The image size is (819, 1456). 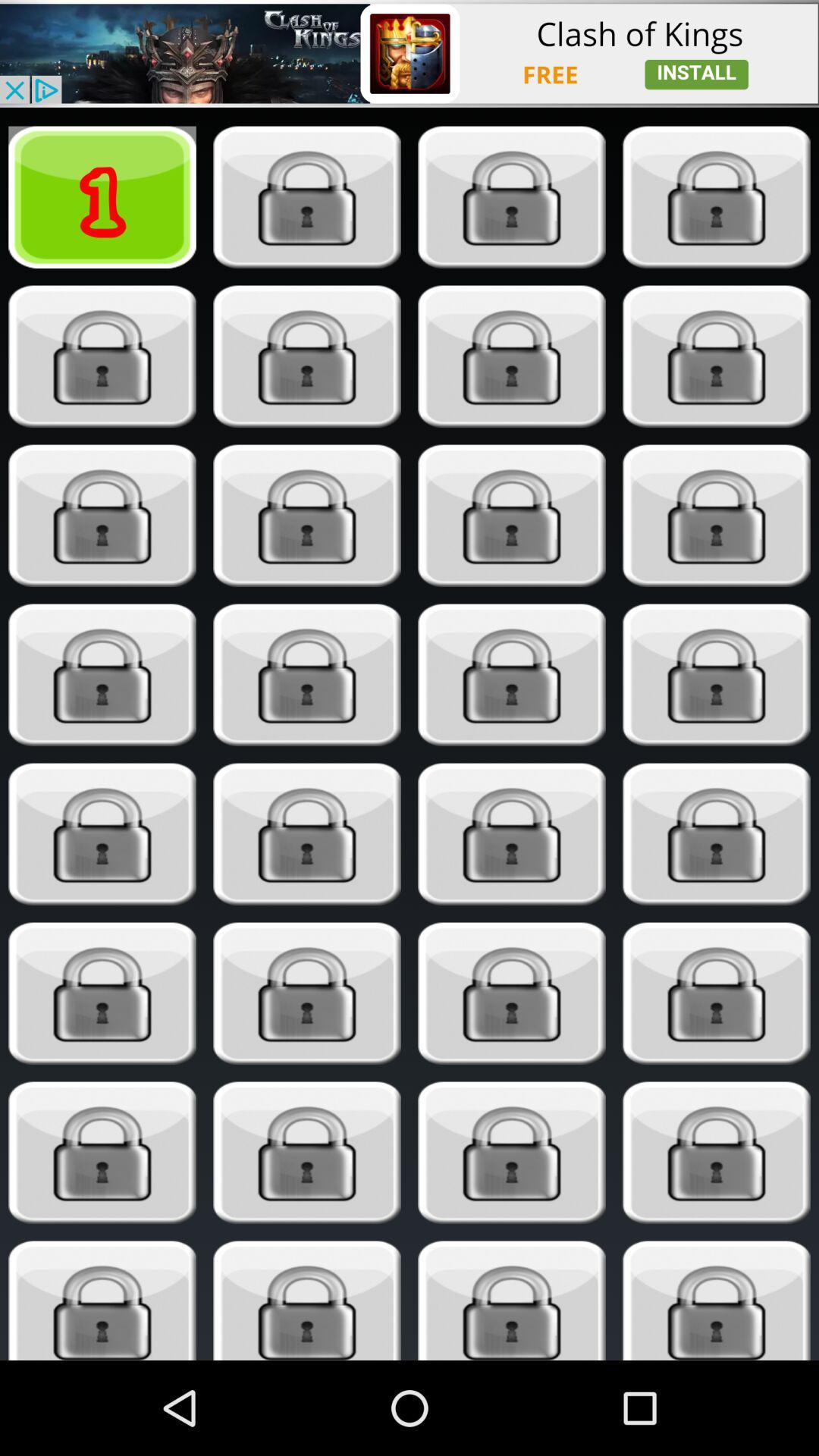 What do you see at coordinates (717, 516) in the screenshot?
I see `look here` at bounding box center [717, 516].